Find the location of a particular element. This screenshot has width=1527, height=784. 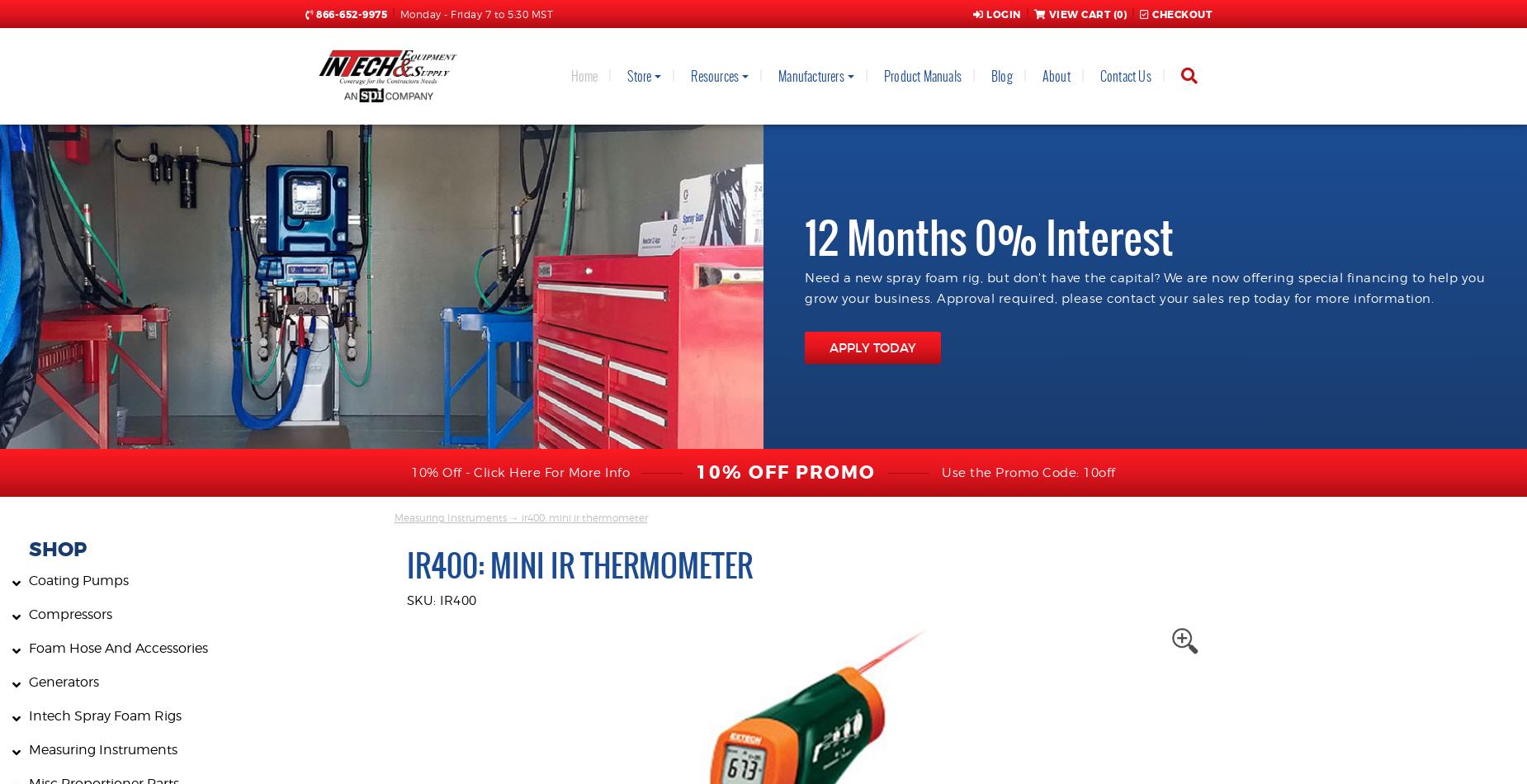

'10% Off Promo' is located at coordinates (696, 473).